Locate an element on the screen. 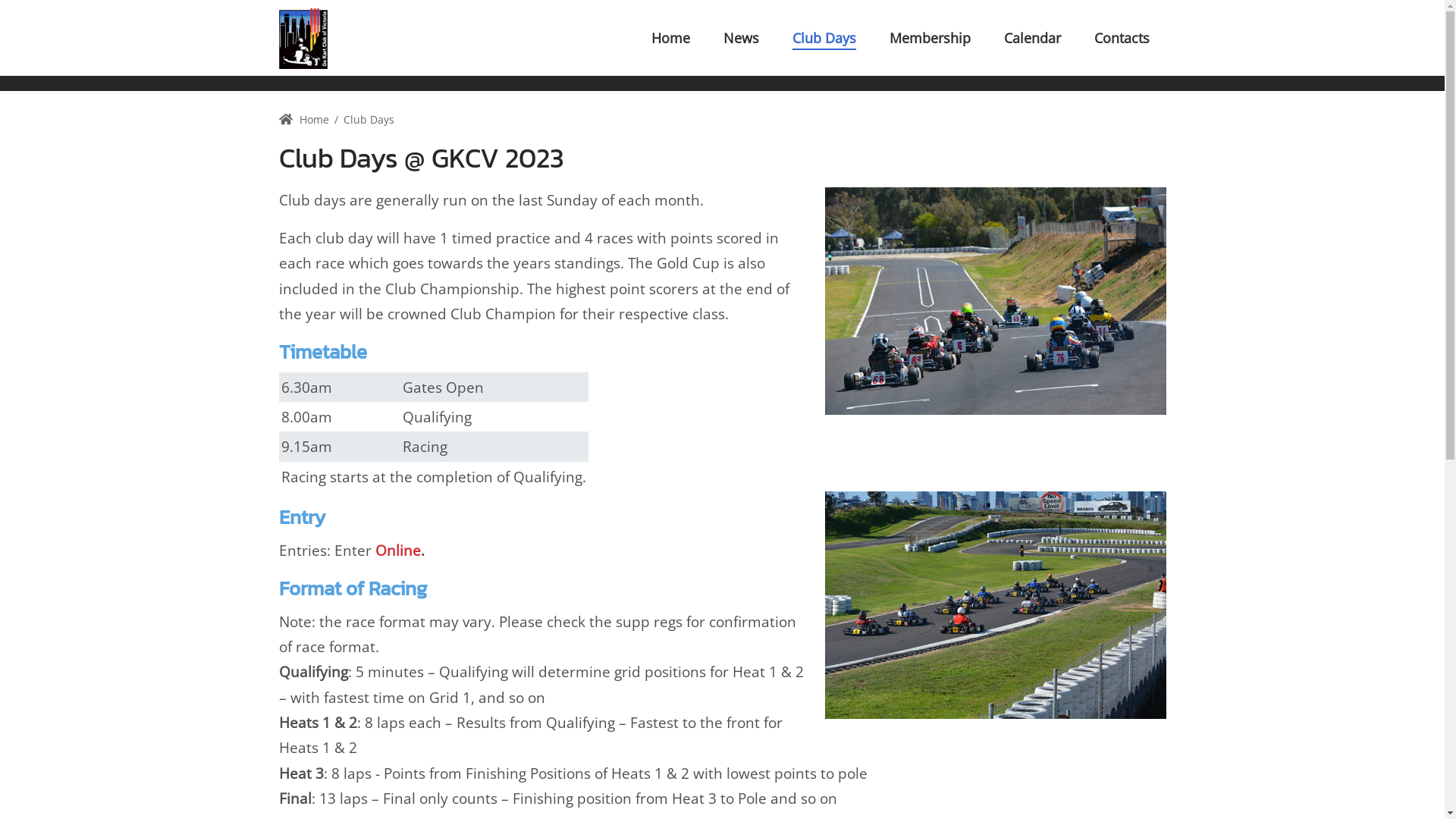 The image size is (1456, 819). 'Calendar' is located at coordinates (1031, 37).